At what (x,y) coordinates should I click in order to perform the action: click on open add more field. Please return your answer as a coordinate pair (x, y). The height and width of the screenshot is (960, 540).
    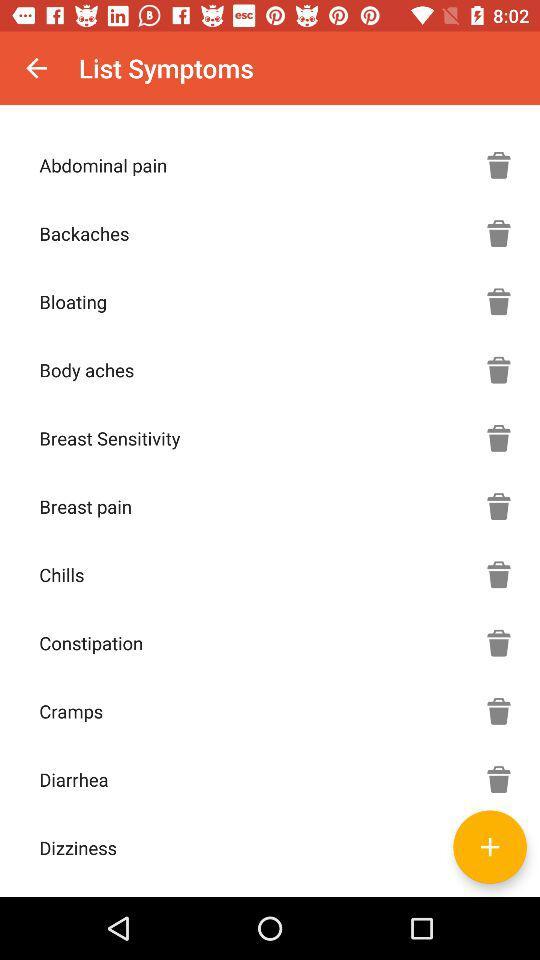
    Looking at the image, I should click on (489, 846).